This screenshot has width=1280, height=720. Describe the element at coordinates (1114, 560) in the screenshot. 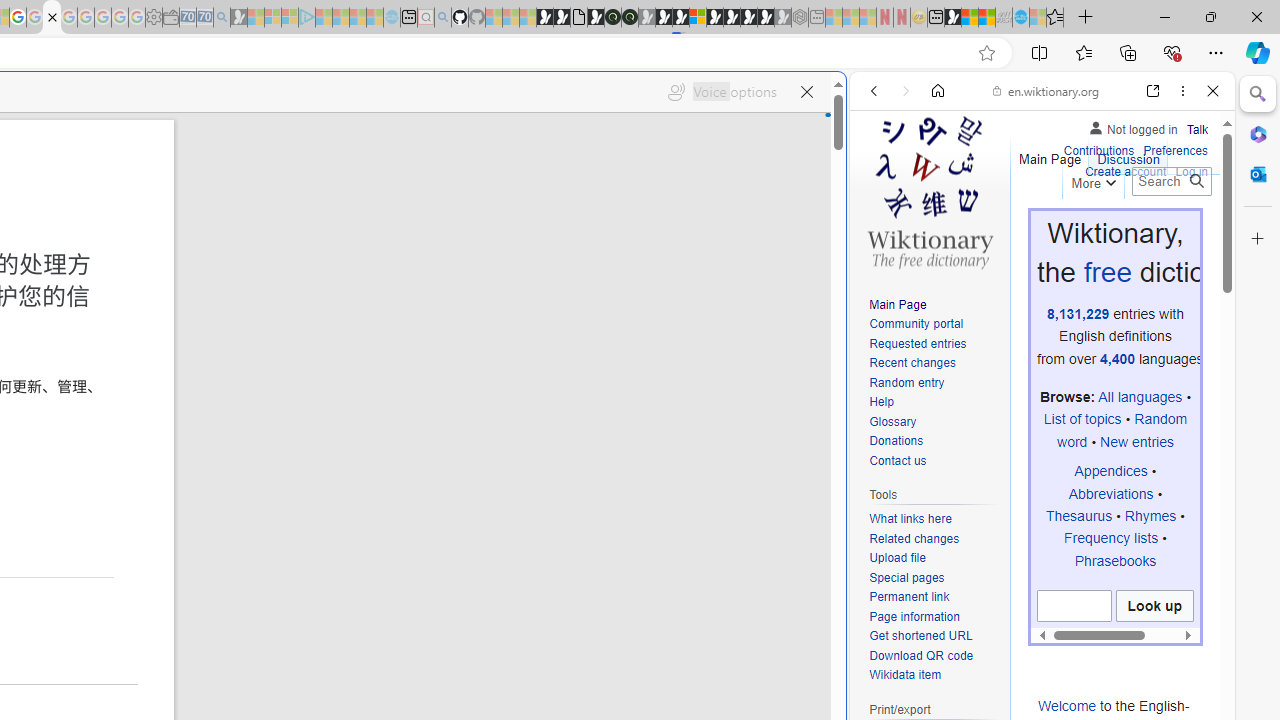

I see `'Phrasebooks'` at that location.